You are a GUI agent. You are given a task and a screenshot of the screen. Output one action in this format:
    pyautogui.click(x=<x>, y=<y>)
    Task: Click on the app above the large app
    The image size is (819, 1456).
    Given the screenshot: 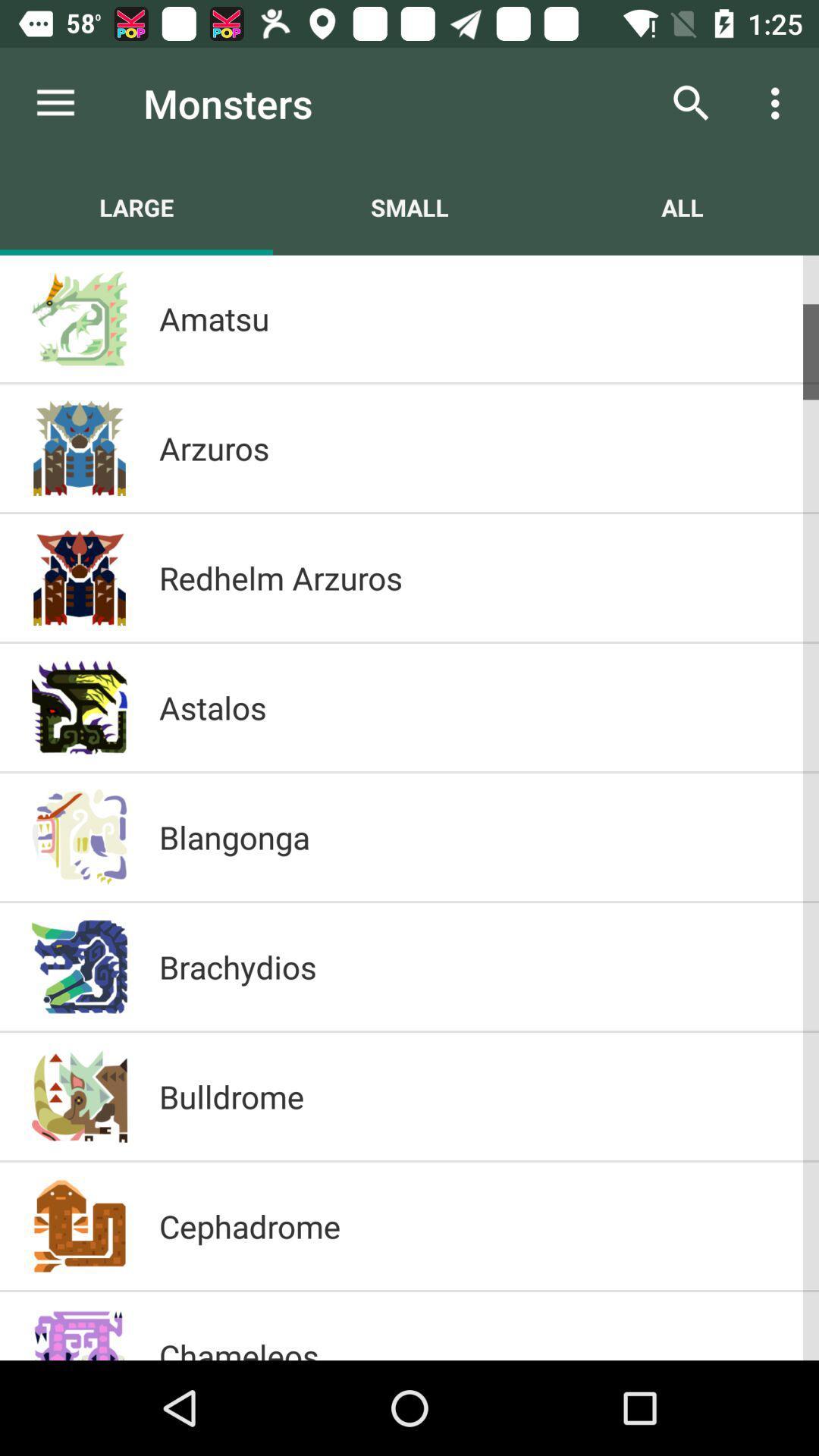 What is the action you would take?
    pyautogui.click(x=55, y=102)
    